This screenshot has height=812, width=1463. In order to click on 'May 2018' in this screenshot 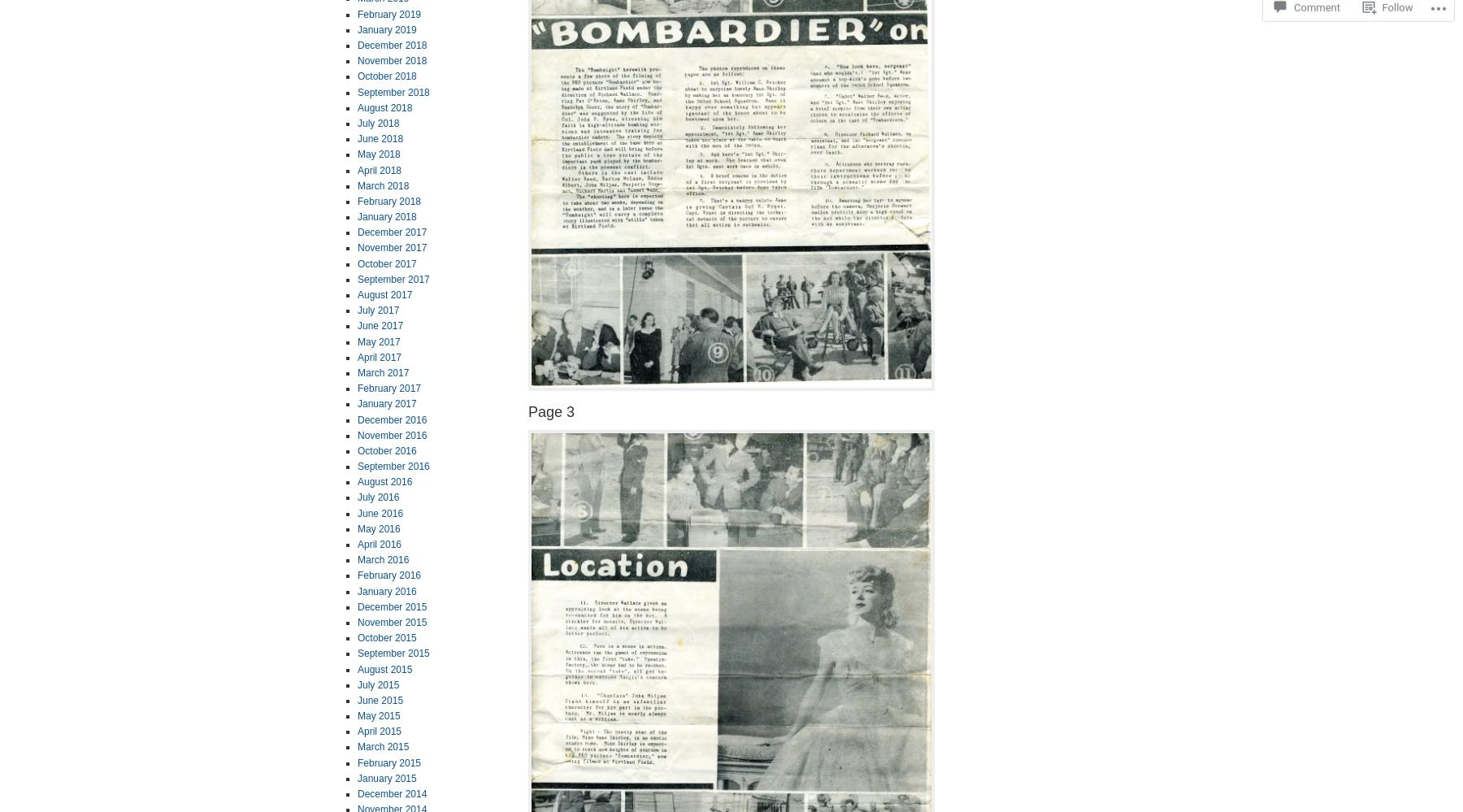, I will do `click(378, 154)`.